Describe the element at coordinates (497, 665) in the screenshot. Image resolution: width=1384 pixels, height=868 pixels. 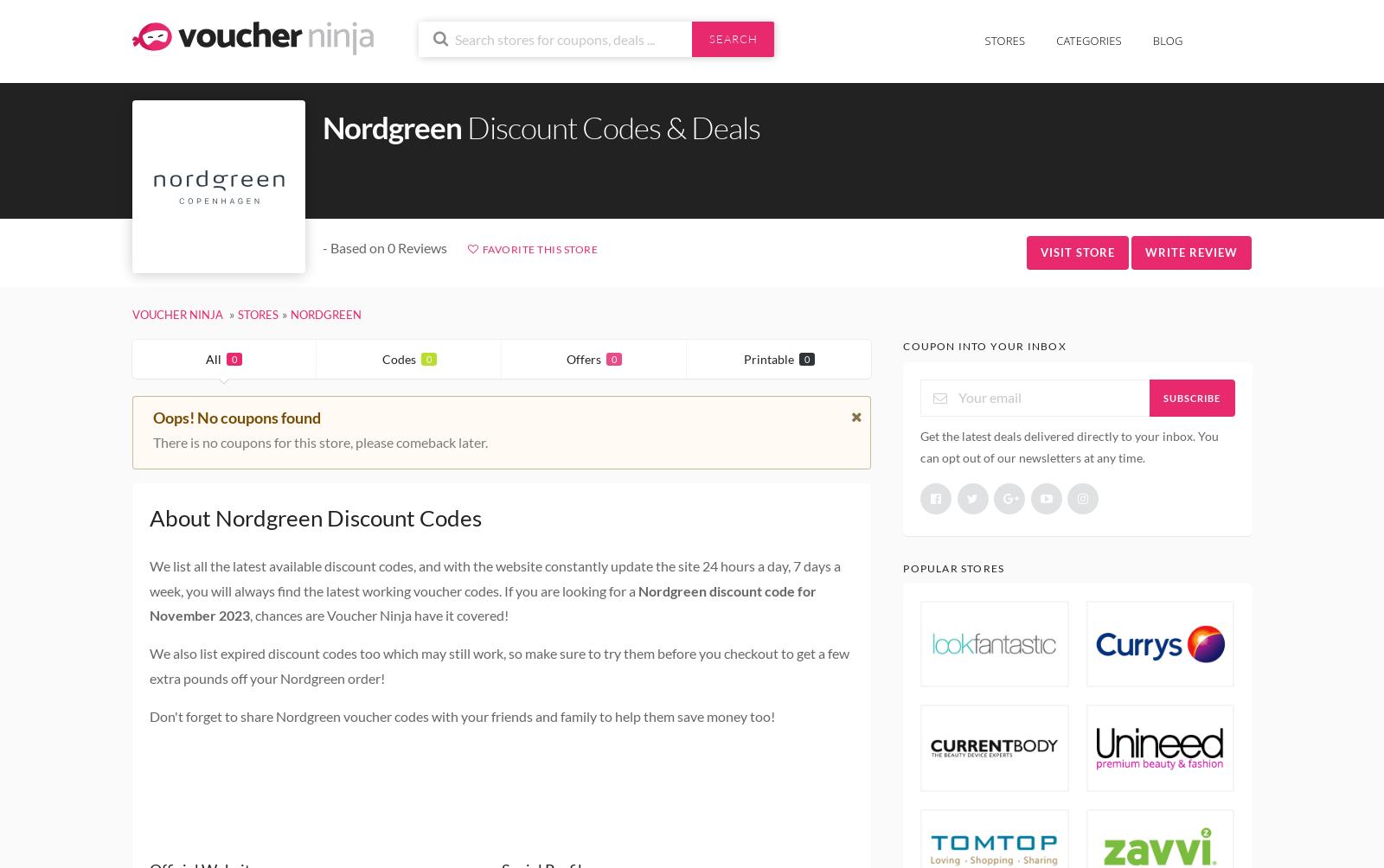
I see `'We also list expired discount codes too which may still work, so make sure to try them before you checkout to get a few extra pounds off your Nordgreen order!'` at that location.